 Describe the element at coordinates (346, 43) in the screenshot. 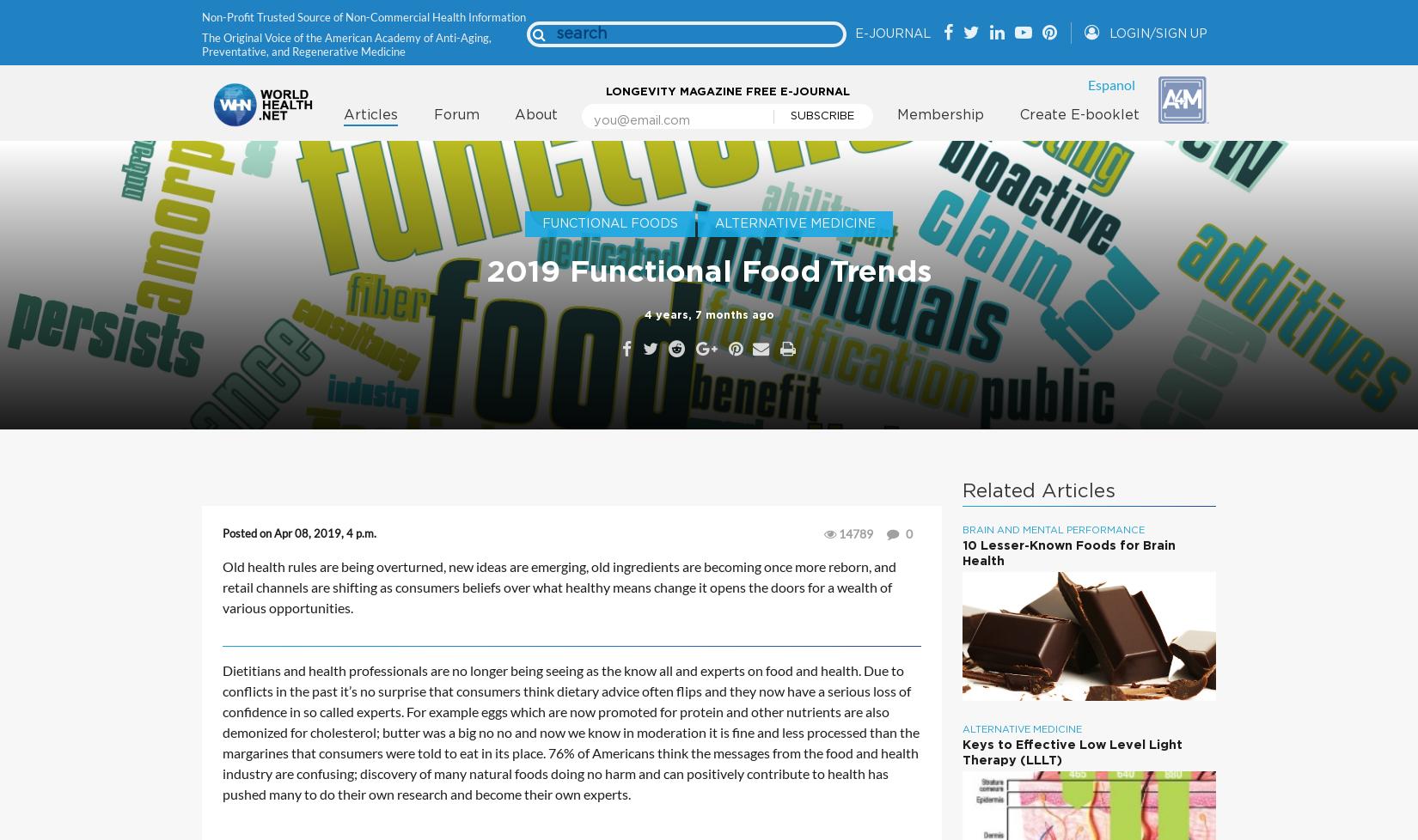

I see `'The Original Voice of the American Academy of Anti-Aging, Preventative, and Regenerative Medicine'` at that location.